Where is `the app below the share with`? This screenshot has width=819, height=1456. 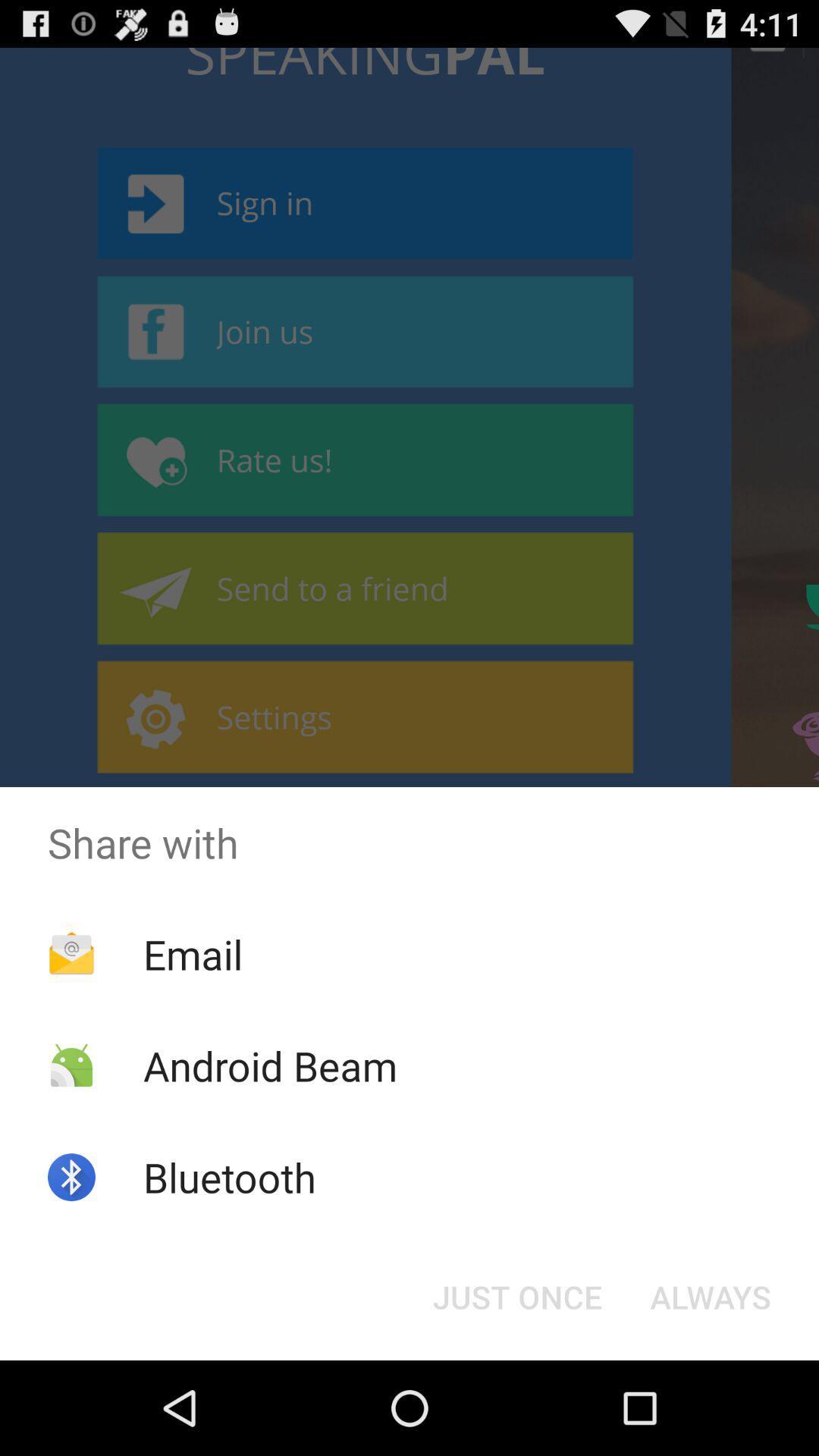
the app below the share with is located at coordinates (192, 953).